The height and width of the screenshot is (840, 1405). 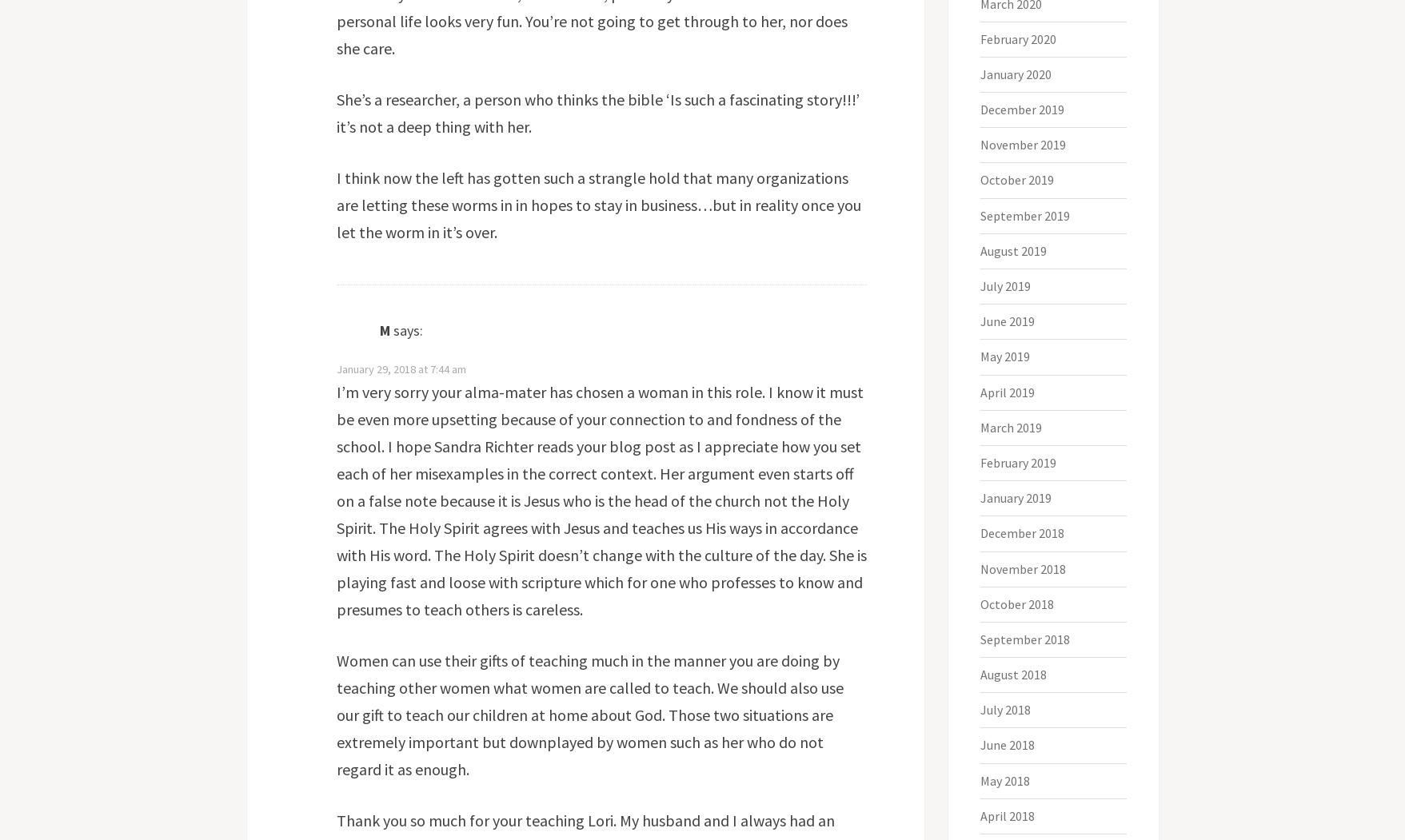 What do you see at coordinates (980, 249) in the screenshot?
I see `'August 2019'` at bounding box center [980, 249].